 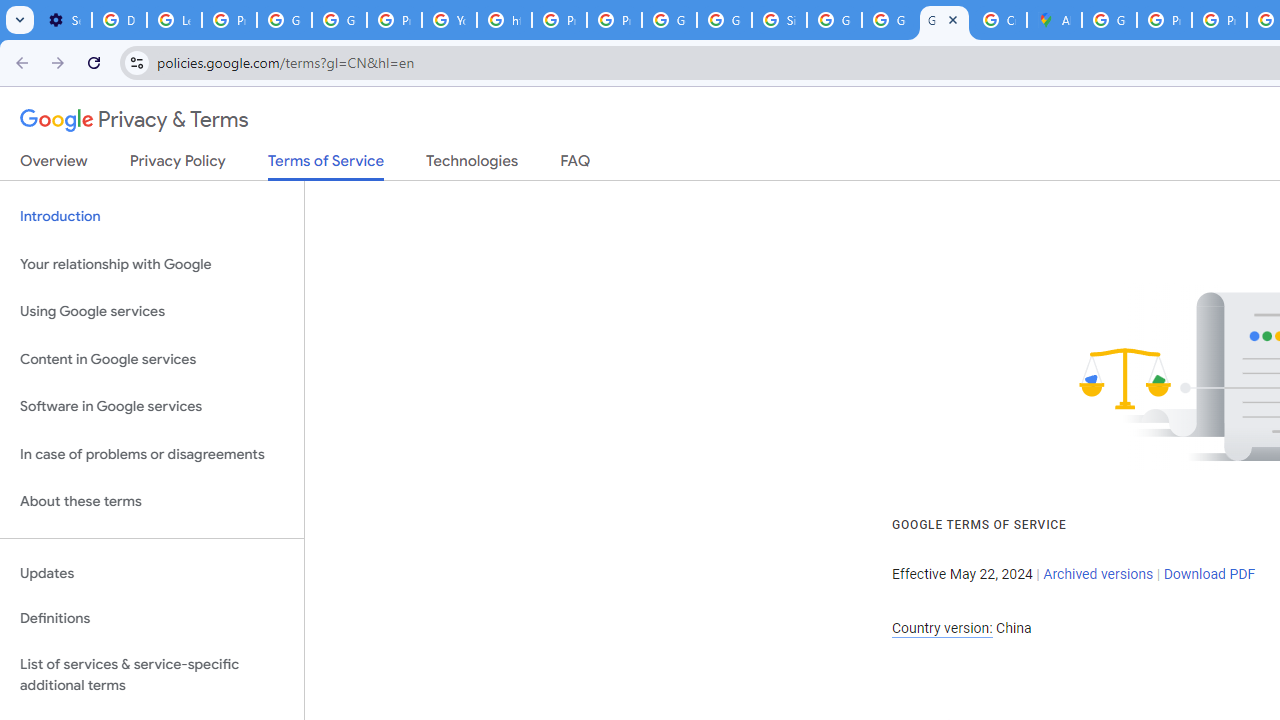 What do you see at coordinates (283, 20) in the screenshot?
I see `'Google Account Help'` at bounding box center [283, 20].